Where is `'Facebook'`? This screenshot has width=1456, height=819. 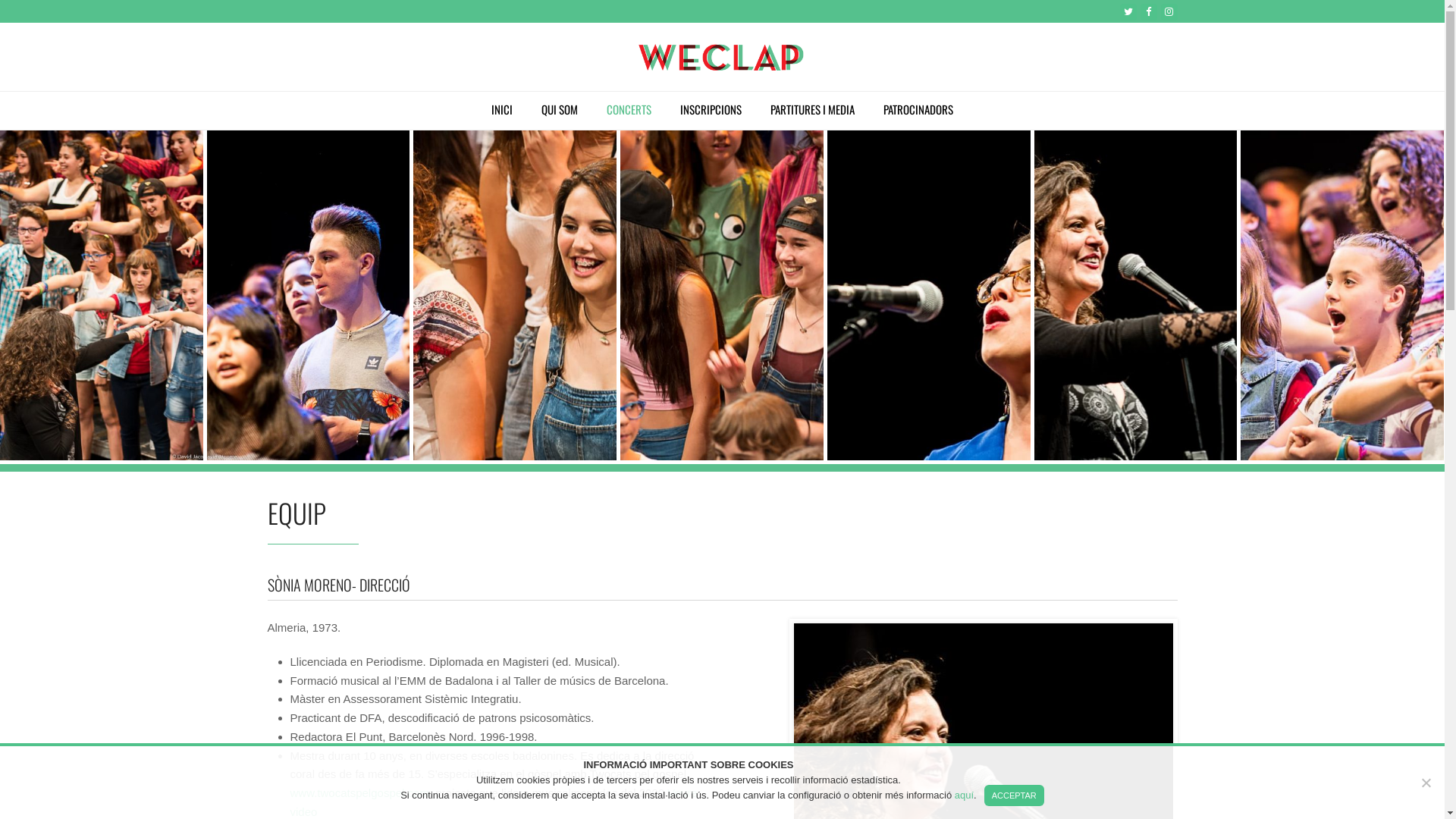
'Facebook' is located at coordinates (1149, 11).